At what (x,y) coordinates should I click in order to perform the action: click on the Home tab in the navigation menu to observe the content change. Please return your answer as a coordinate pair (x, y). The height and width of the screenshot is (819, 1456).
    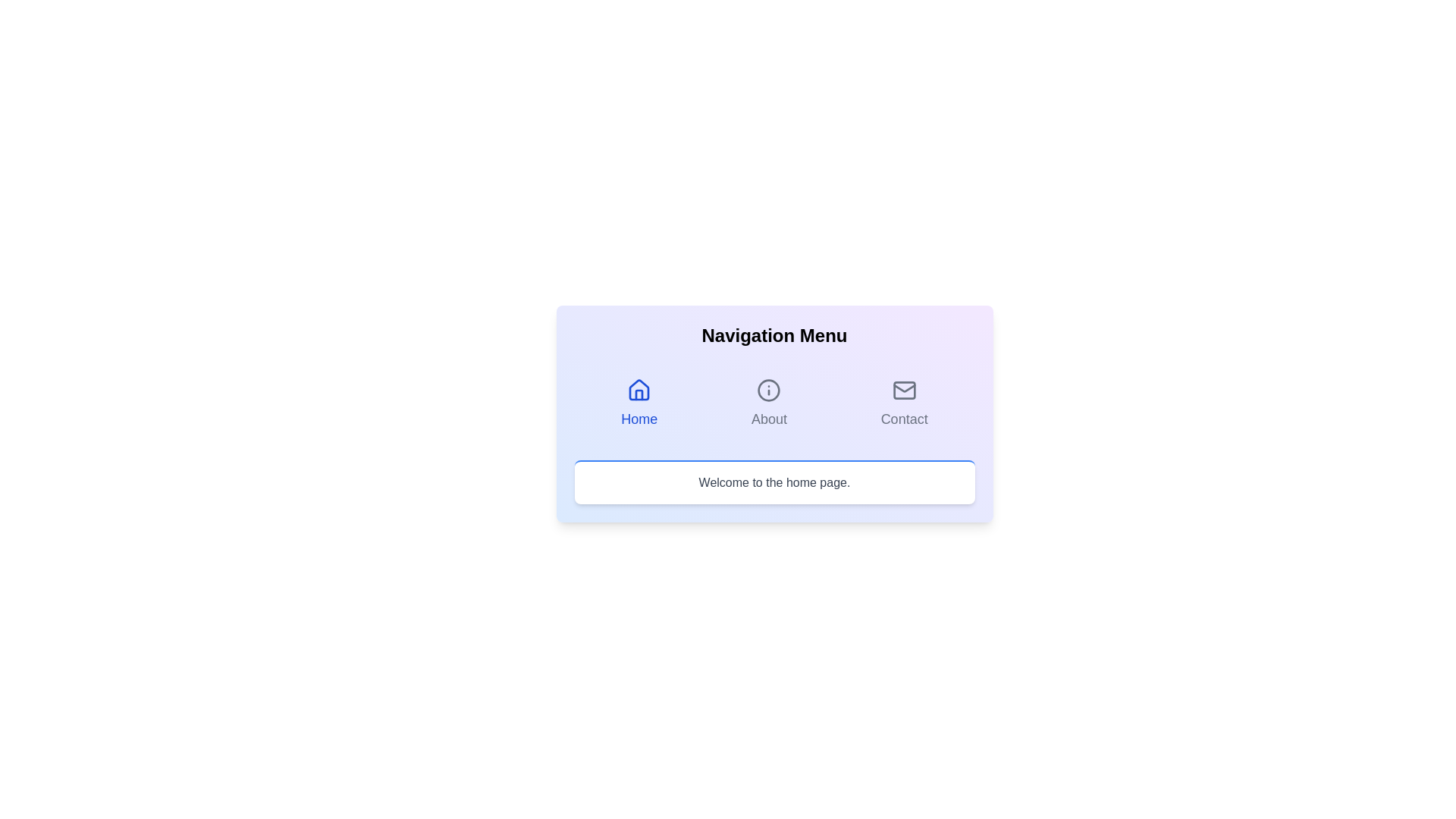
    Looking at the image, I should click on (639, 403).